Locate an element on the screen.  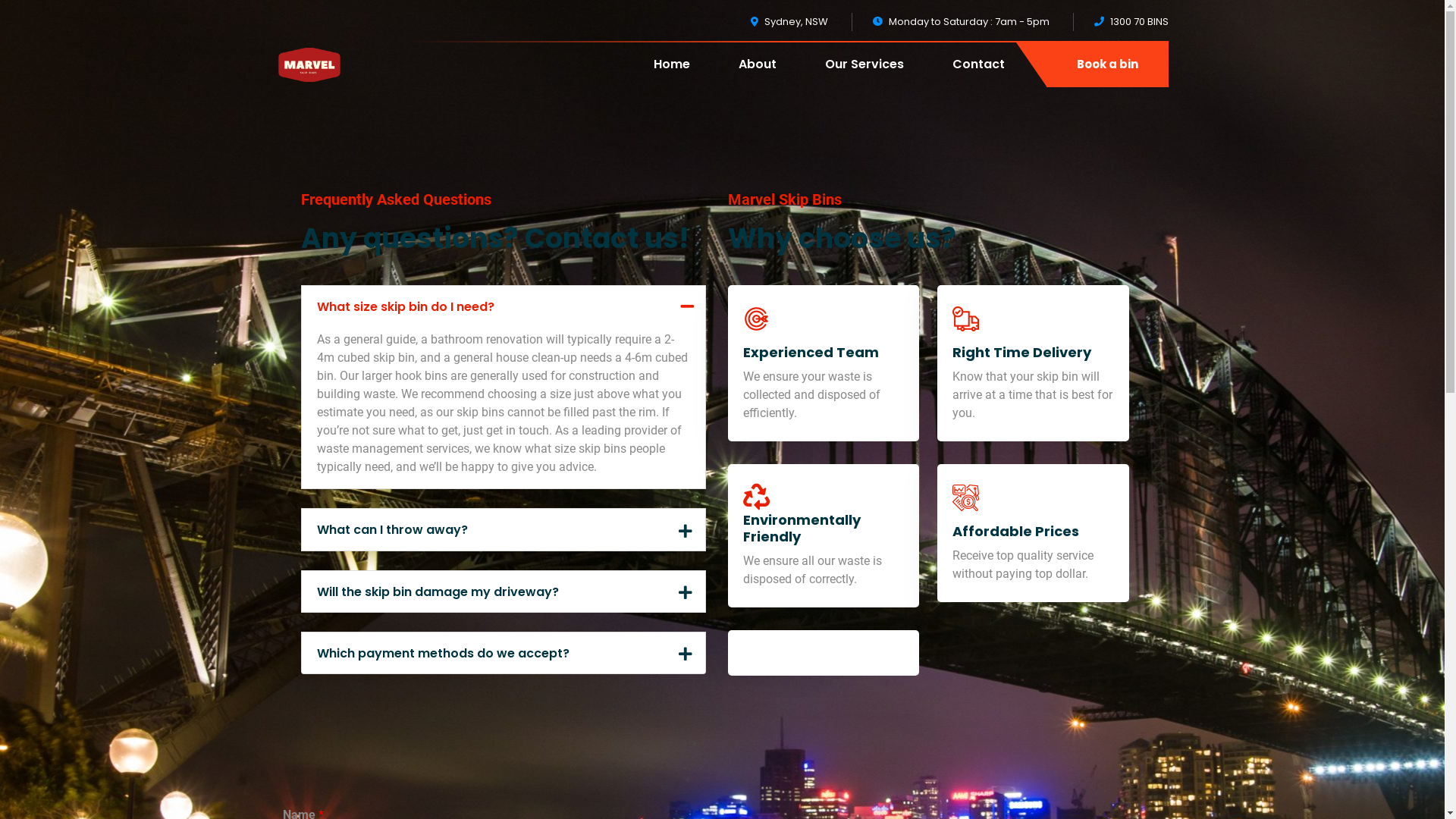
'What size skip bin do I need?' is located at coordinates (503, 306).